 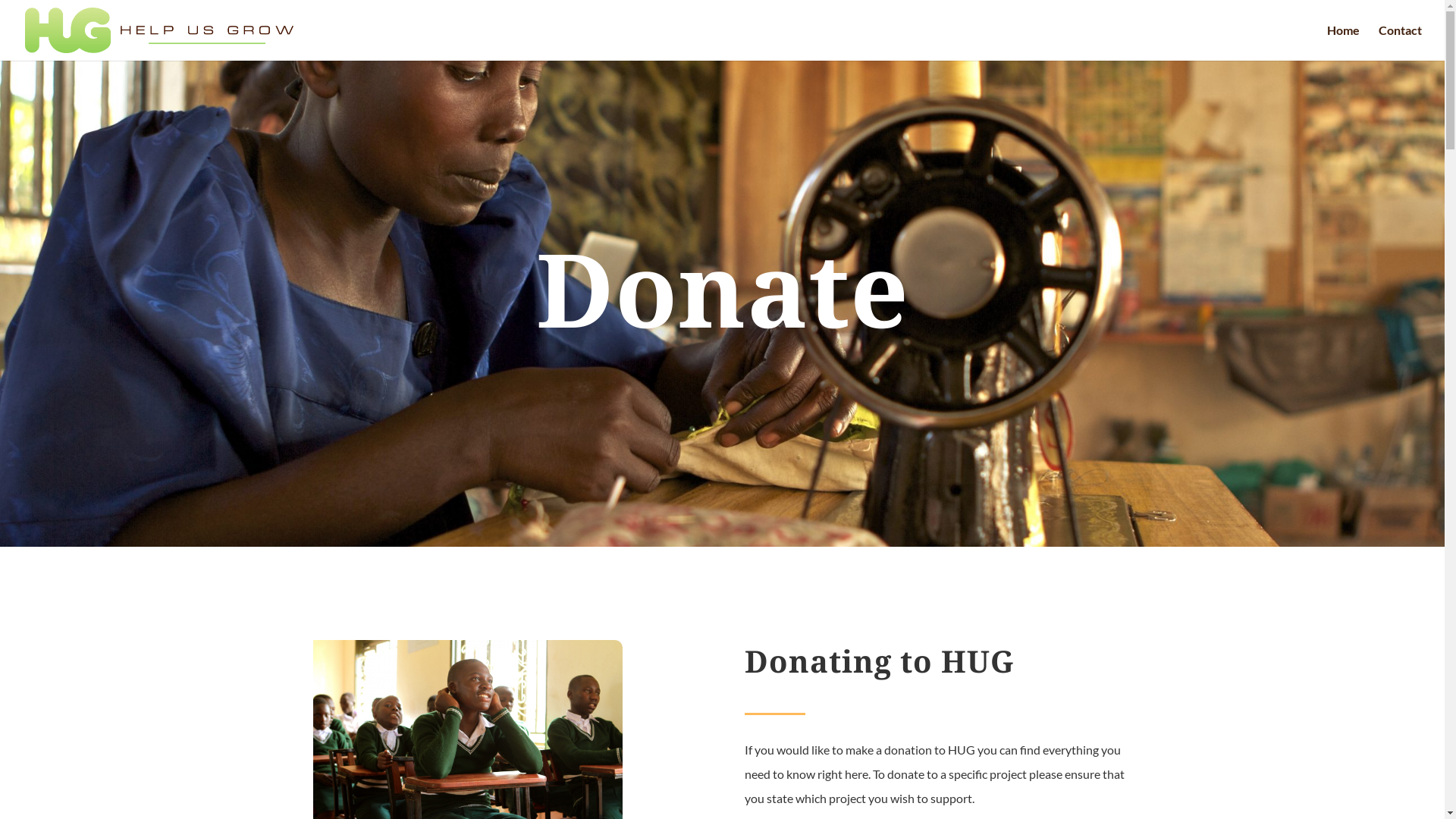 What do you see at coordinates (1399, 42) in the screenshot?
I see `'Contact'` at bounding box center [1399, 42].